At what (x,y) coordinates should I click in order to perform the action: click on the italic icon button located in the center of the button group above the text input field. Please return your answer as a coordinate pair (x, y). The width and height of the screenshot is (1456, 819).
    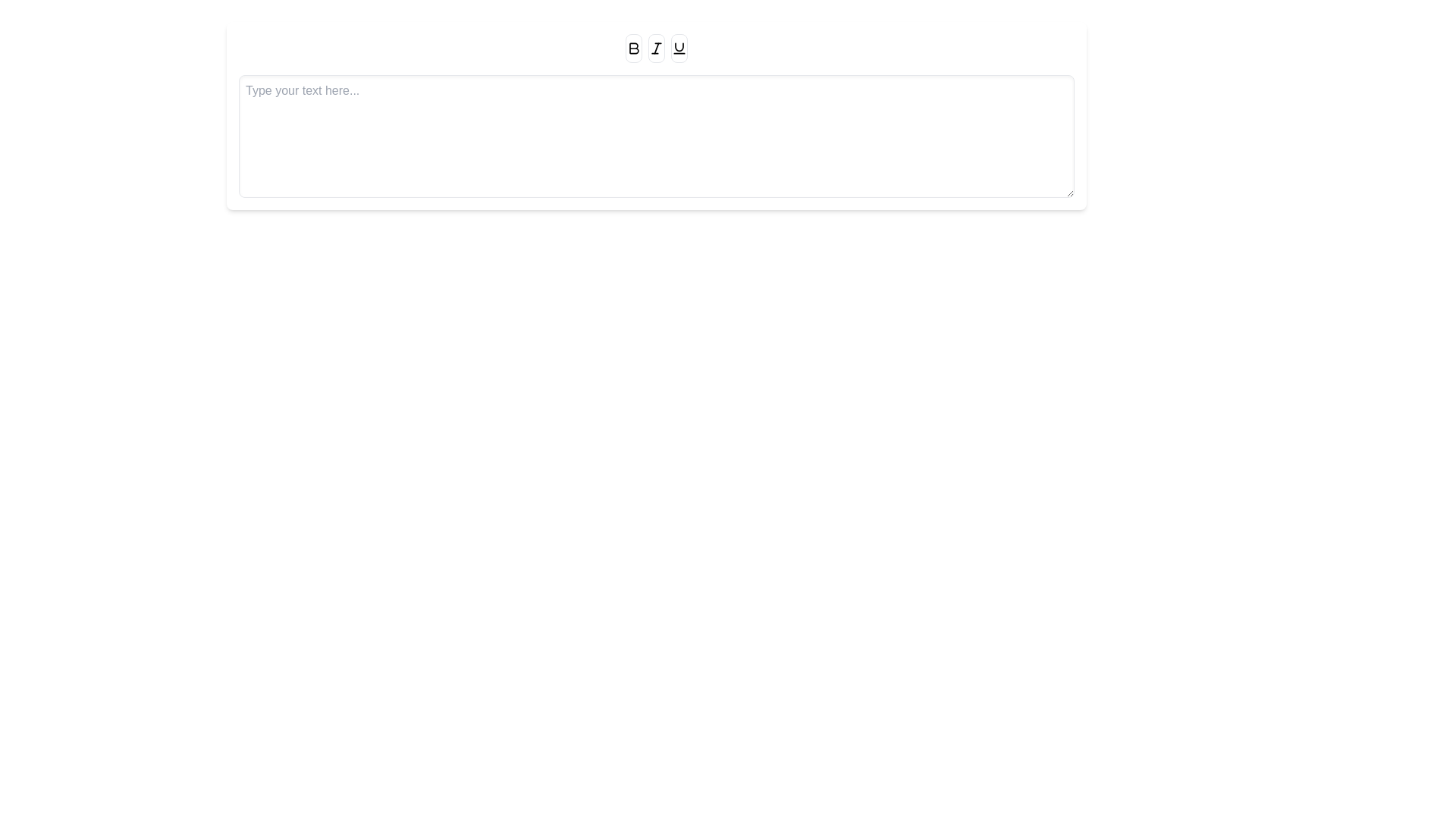
    Looking at the image, I should click on (656, 48).